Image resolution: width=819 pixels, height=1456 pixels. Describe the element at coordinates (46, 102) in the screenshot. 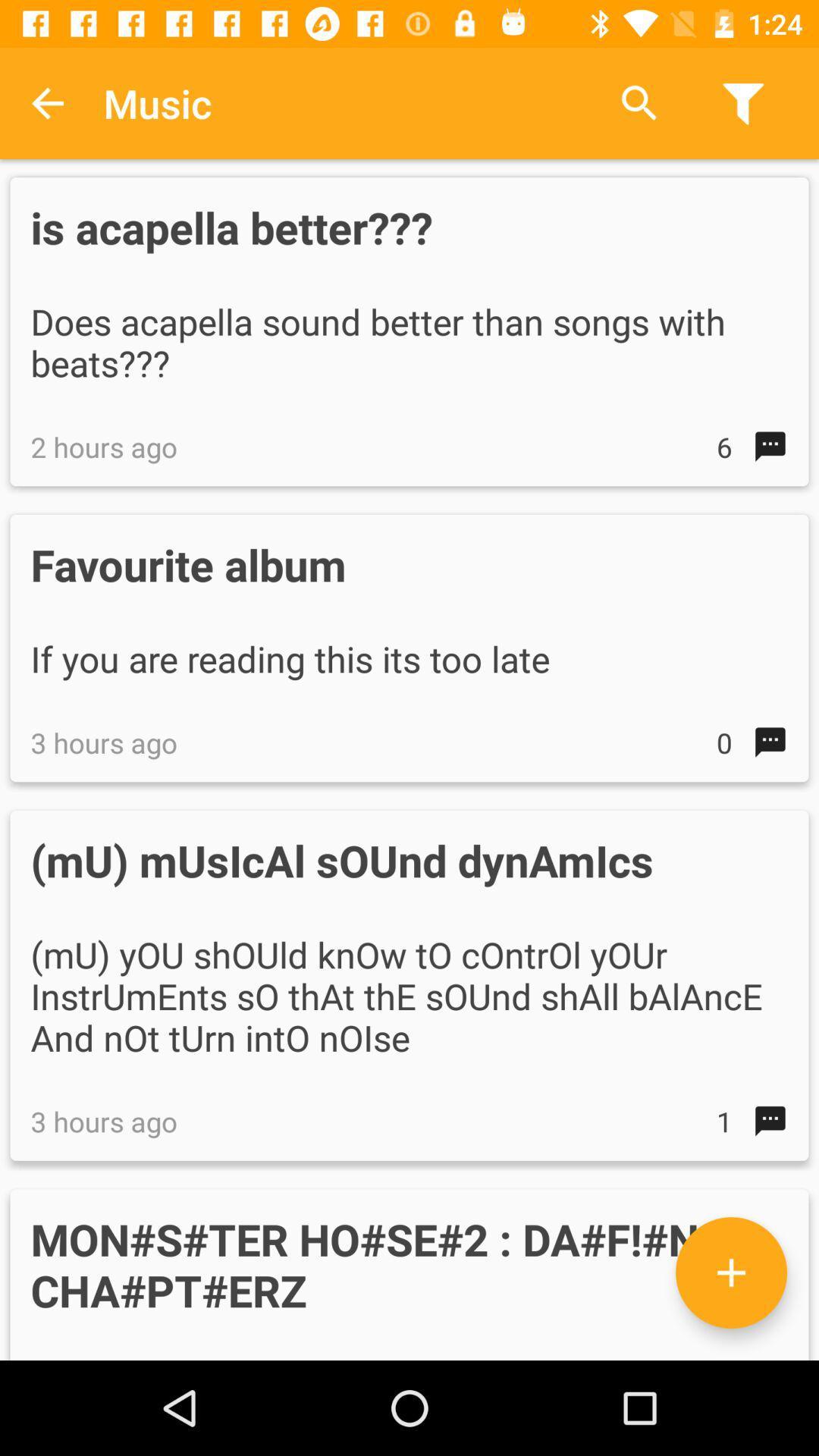

I see `item to the left of the music` at that location.